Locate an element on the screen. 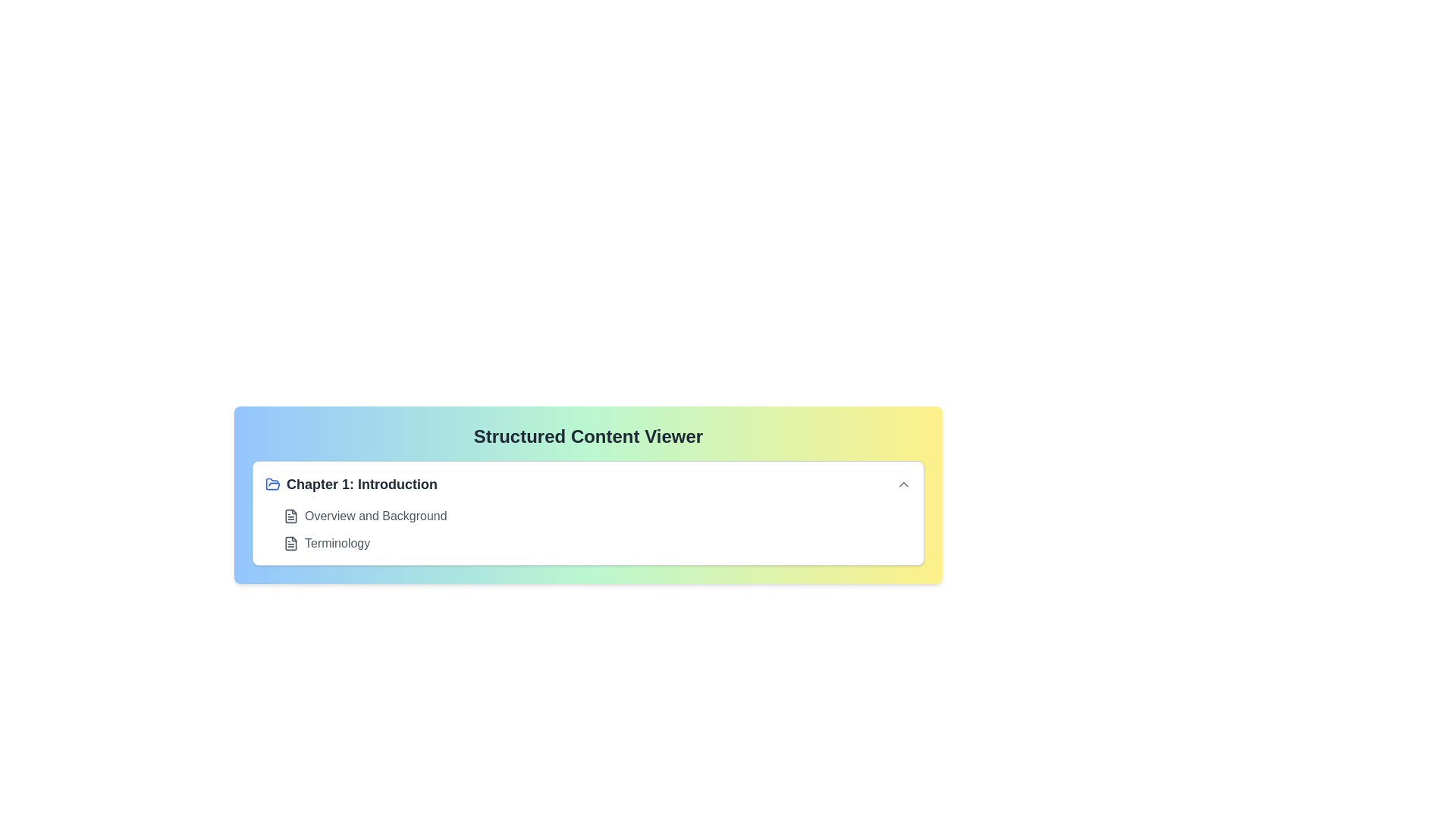 The height and width of the screenshot is (819, 1456). the text label displaying 'Overview and Background' located under 'Chapter 1: Introduction' is located at coordinates (375, 516).